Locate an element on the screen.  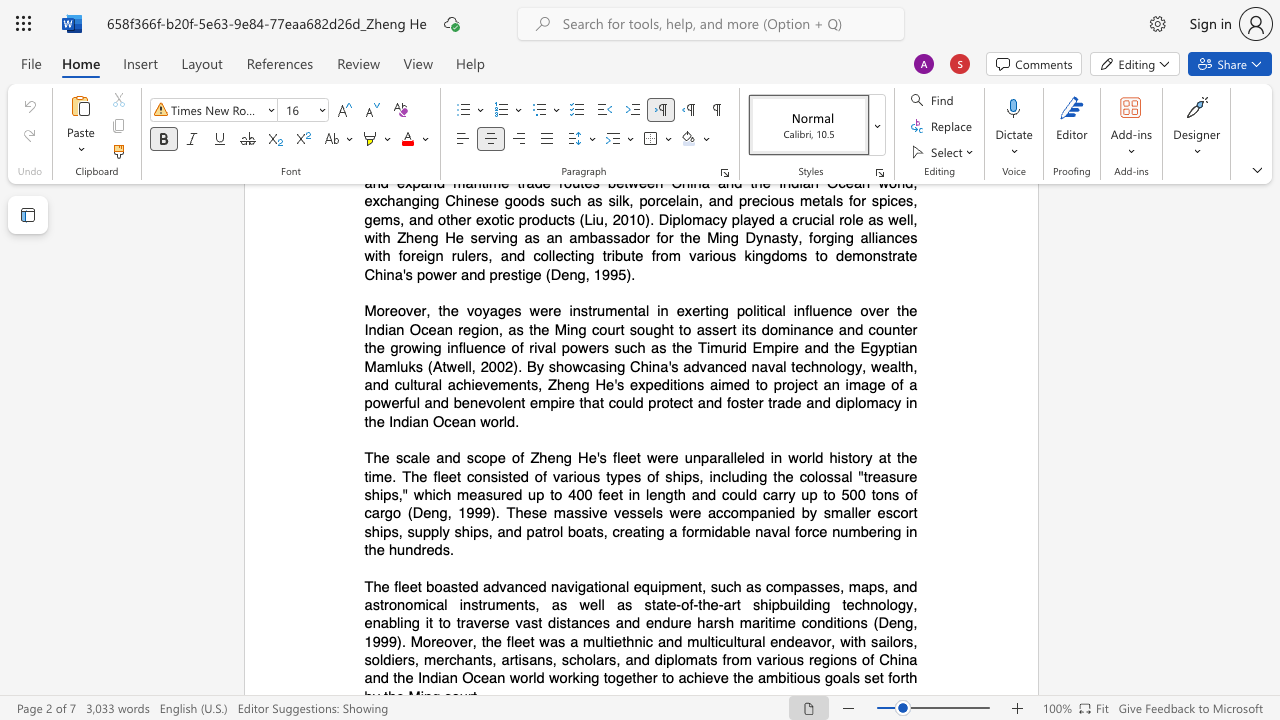
the subset text "ng He" within the text "The scale and scope of Zheng He" is located at coordinates (555, 458).